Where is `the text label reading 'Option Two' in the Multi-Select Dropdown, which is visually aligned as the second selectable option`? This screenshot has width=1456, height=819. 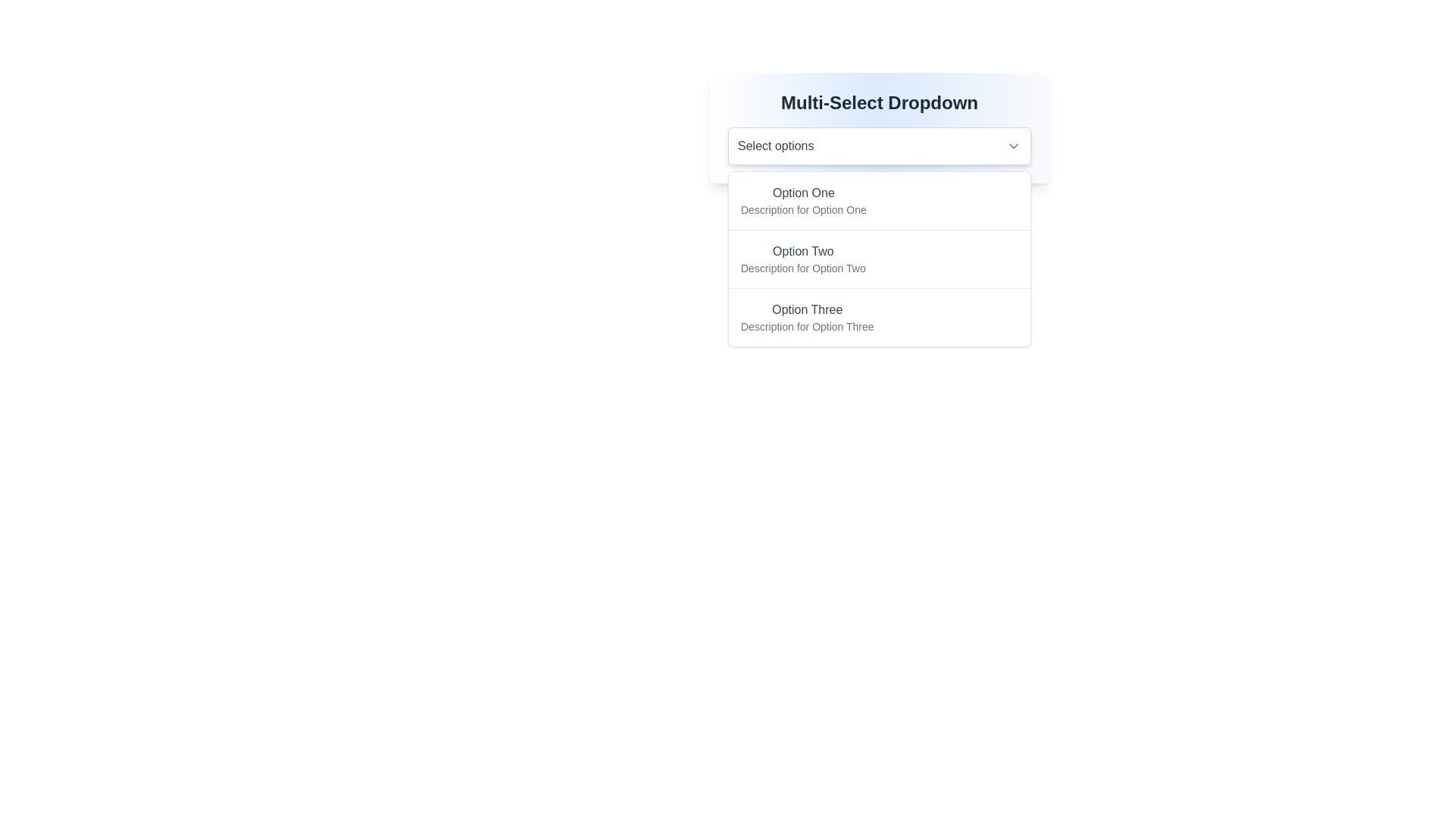
the text label reading 'Option Two' in the Multi-Select Dropdown, which is visually aligned as the second selectable option is located at coordinates (802, 250).